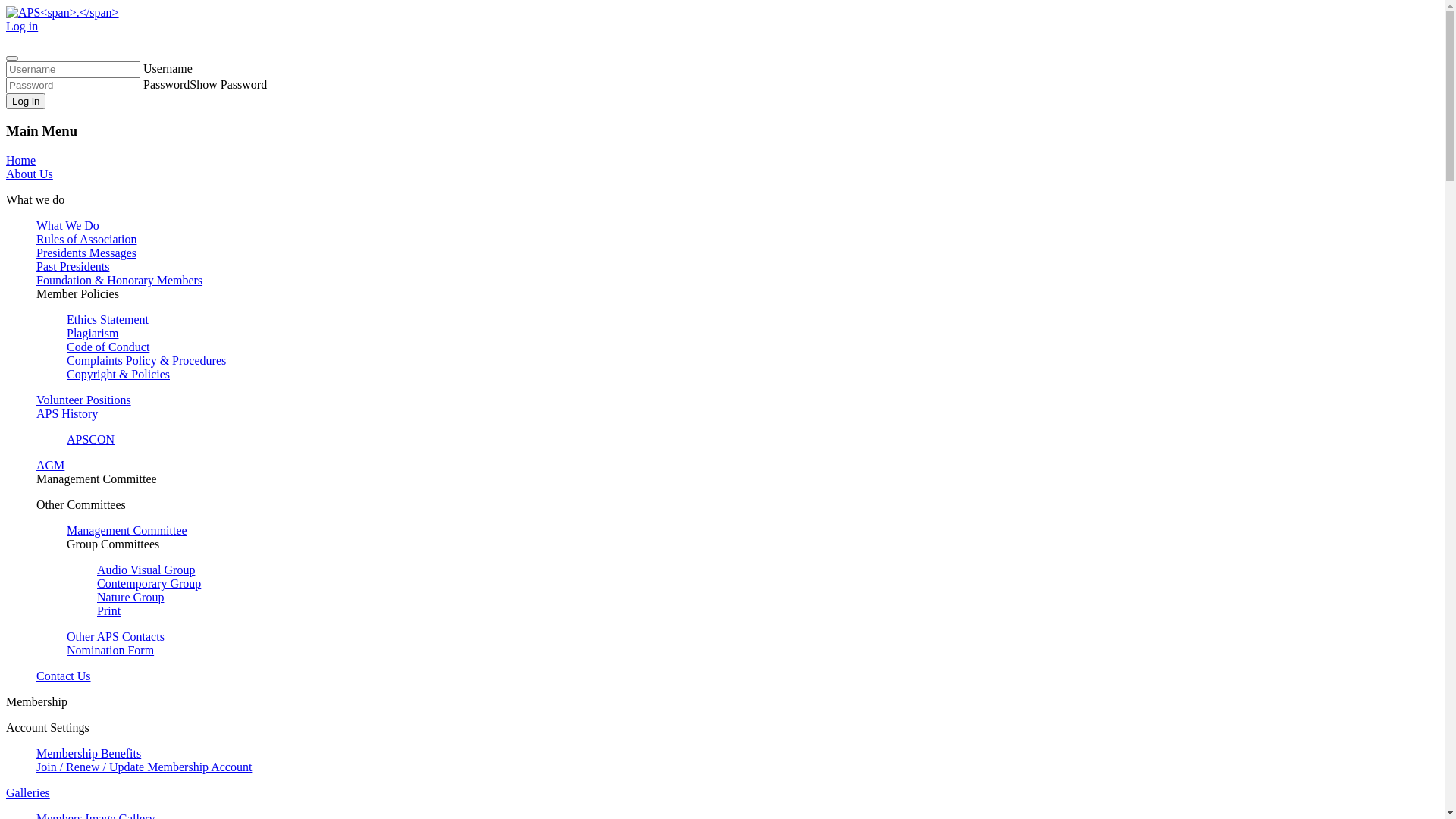  Describe the element at coordinates (36, 701) in the screenshot. I see `'Membership'` at that location.